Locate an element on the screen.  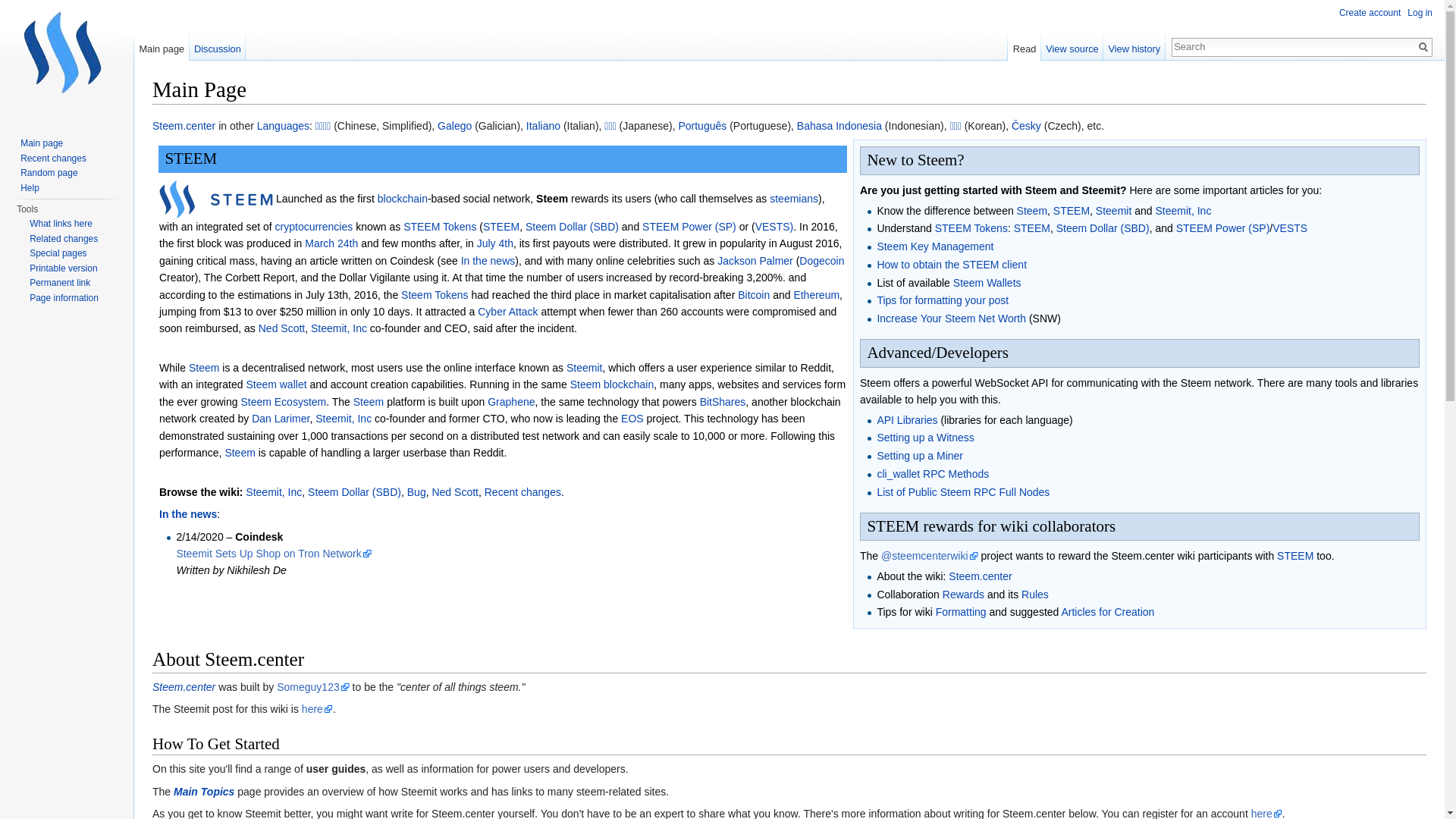
'In the news' is located at coordinates (187, 513).